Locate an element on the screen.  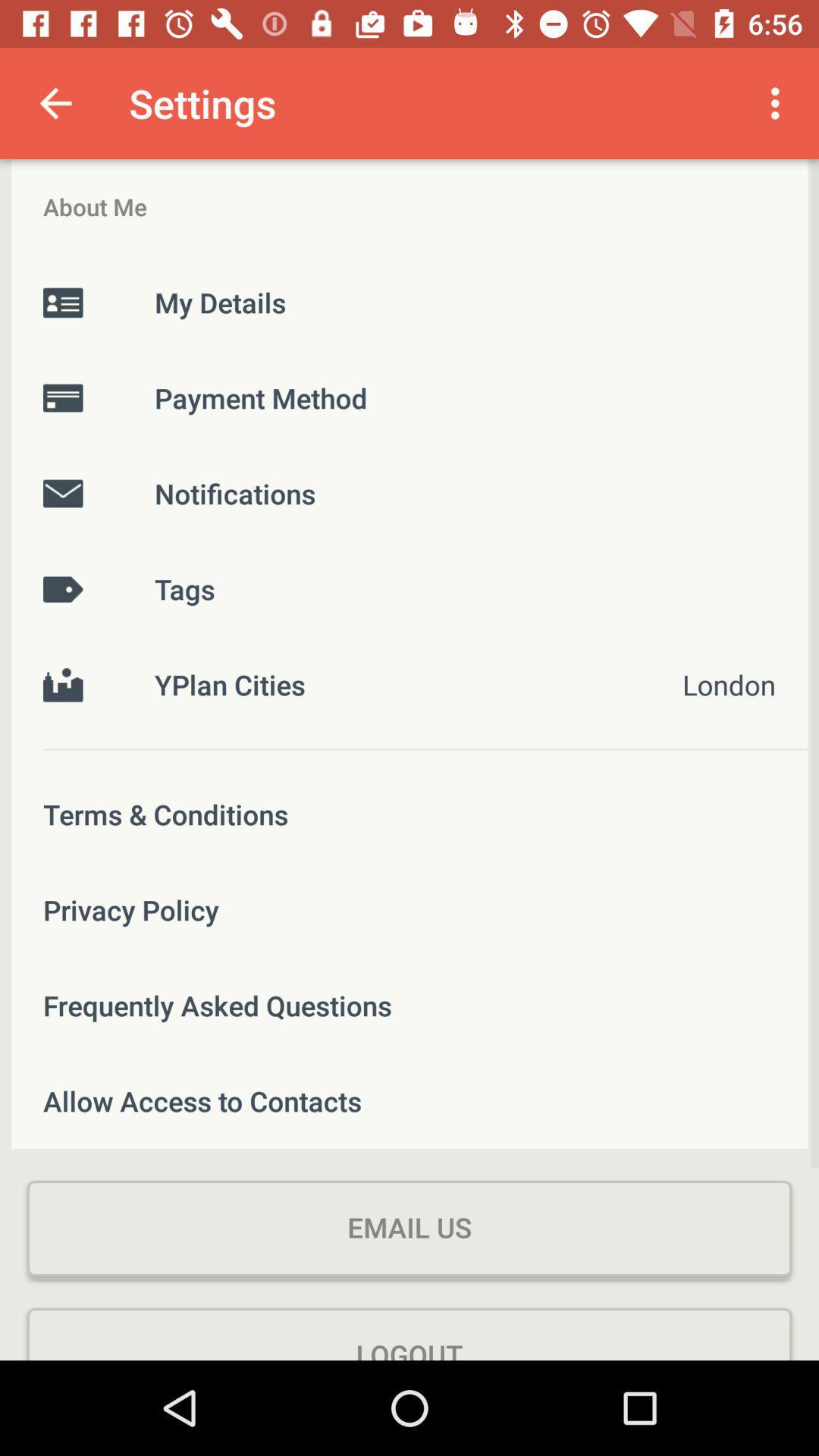
the my details icon is located at coordinates (409, 302).